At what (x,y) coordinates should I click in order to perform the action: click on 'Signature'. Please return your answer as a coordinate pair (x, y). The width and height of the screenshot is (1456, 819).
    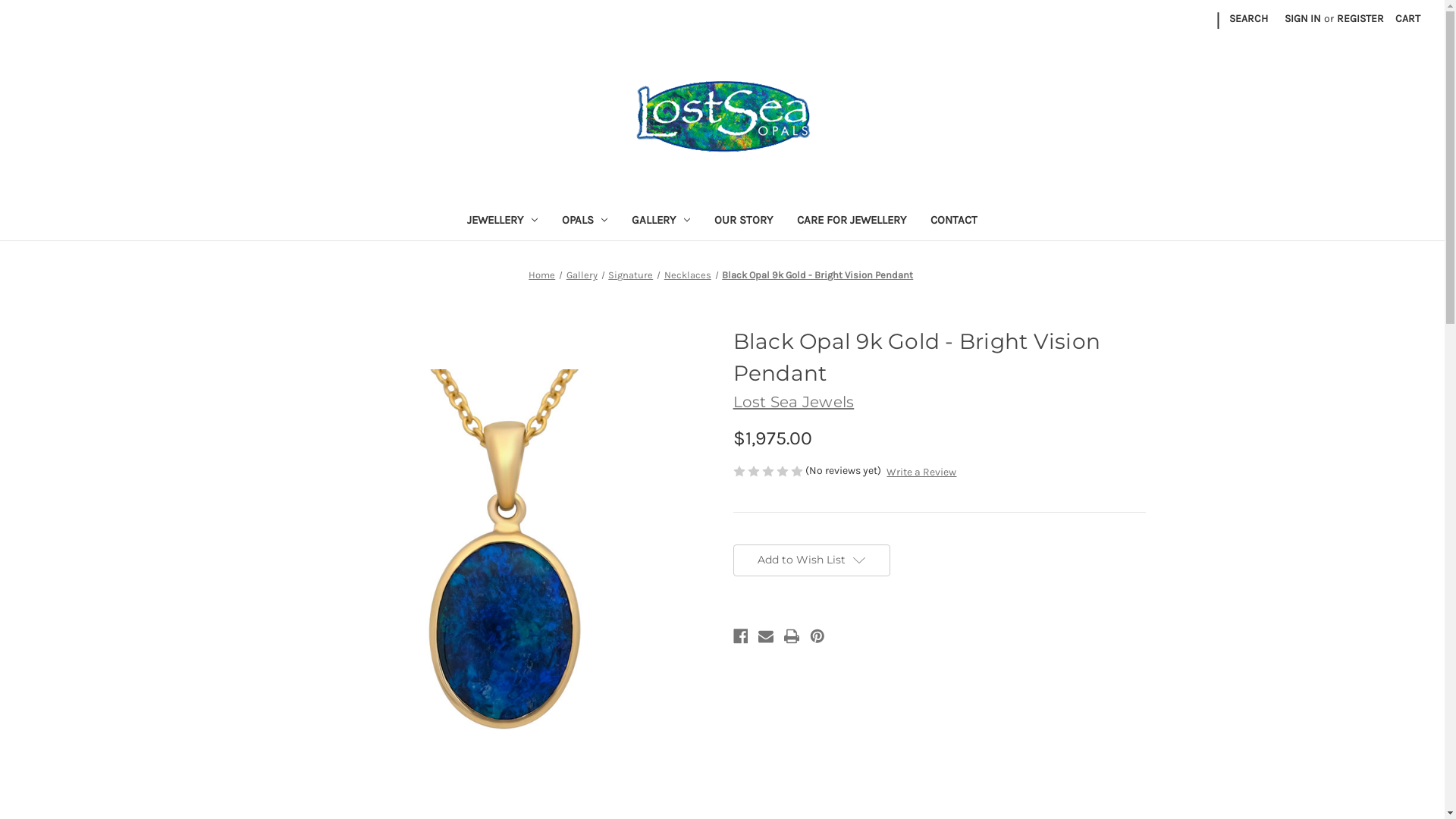
    Looking at the image, I should click on (630, 275).